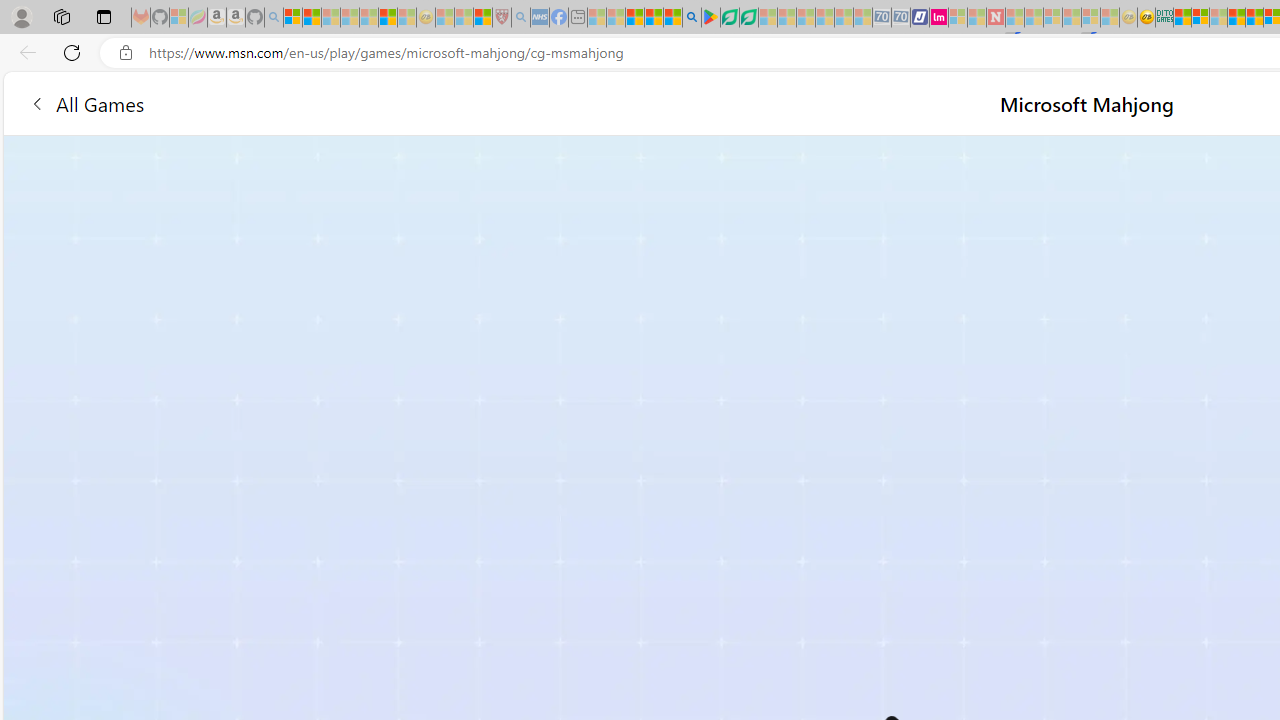 The width and height of the screenshot is (1280, 720). I want to click on 'Kinda Frugal - MSN', so click(1253, 17).